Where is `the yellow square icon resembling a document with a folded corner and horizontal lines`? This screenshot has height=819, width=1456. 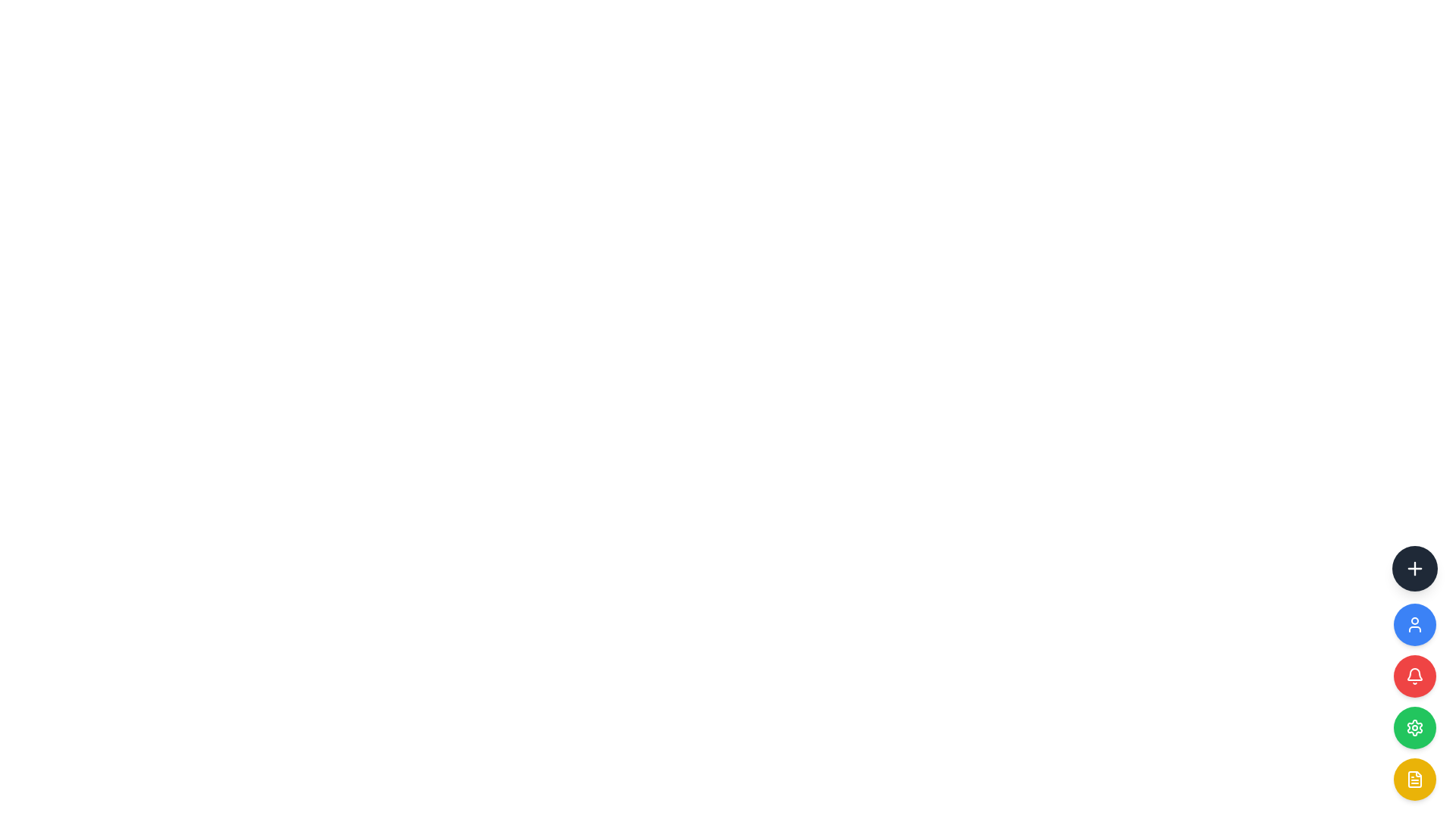 the yellow square icon resembling a document with a folded corner and horizontal lines is located at coordinates (1414, 780).